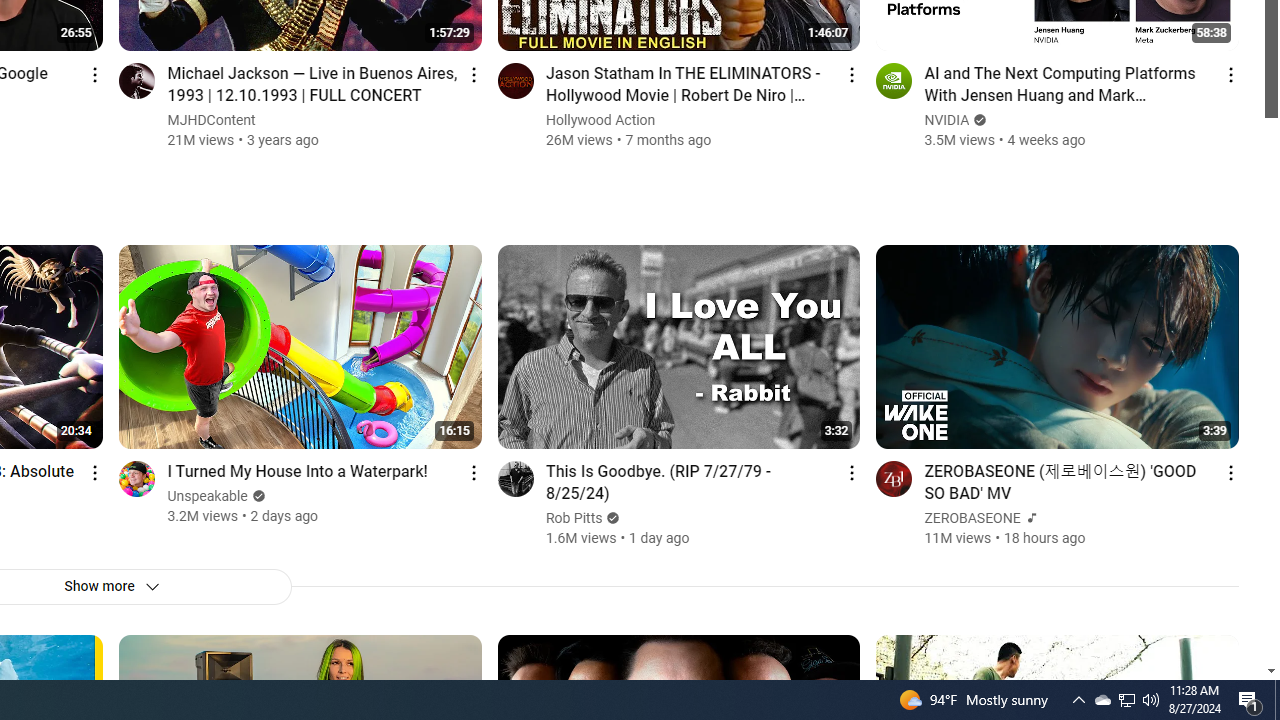 This screenshot has height=720, width=1280. What do you see at coordinates (212, 120) in the screenshot?
I see `'MJHDContent'` at bounding box center [212, 120].